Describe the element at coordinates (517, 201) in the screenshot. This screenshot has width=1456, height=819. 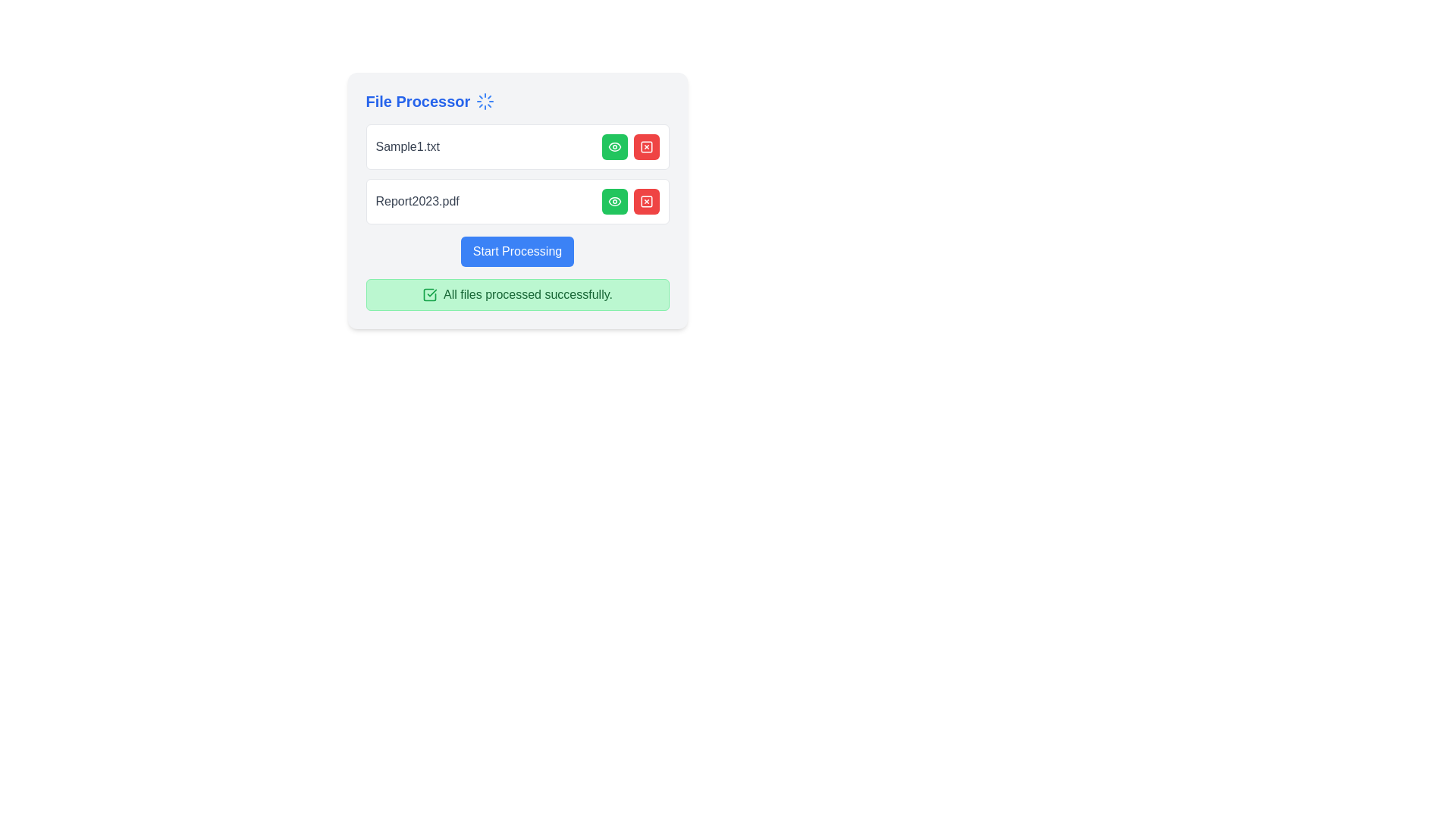
I see `the green eye button associated with the list item containing 'Report2023.pdf'` at that location.